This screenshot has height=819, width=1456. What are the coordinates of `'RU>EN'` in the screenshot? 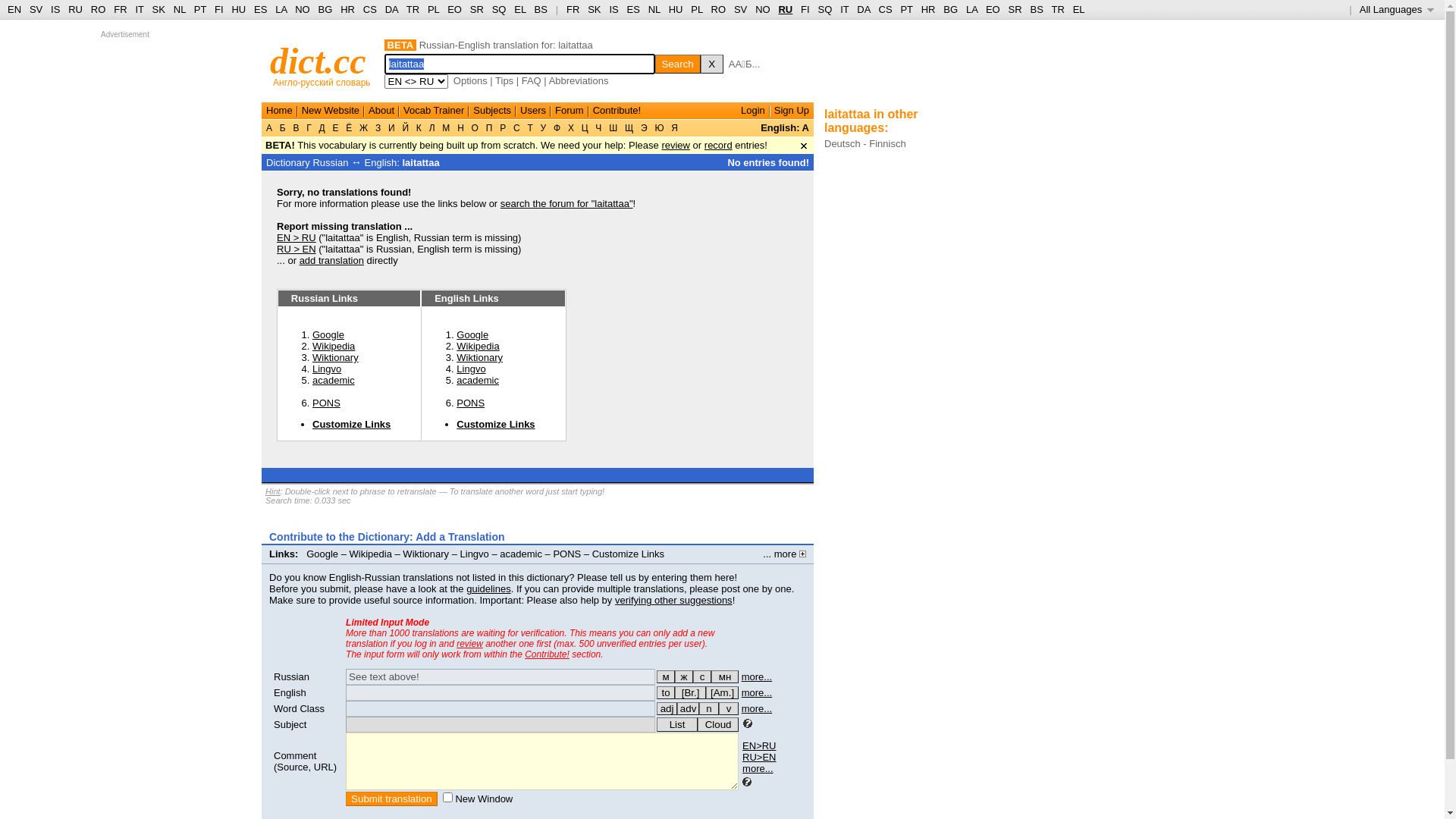 It's located at (759, 757).